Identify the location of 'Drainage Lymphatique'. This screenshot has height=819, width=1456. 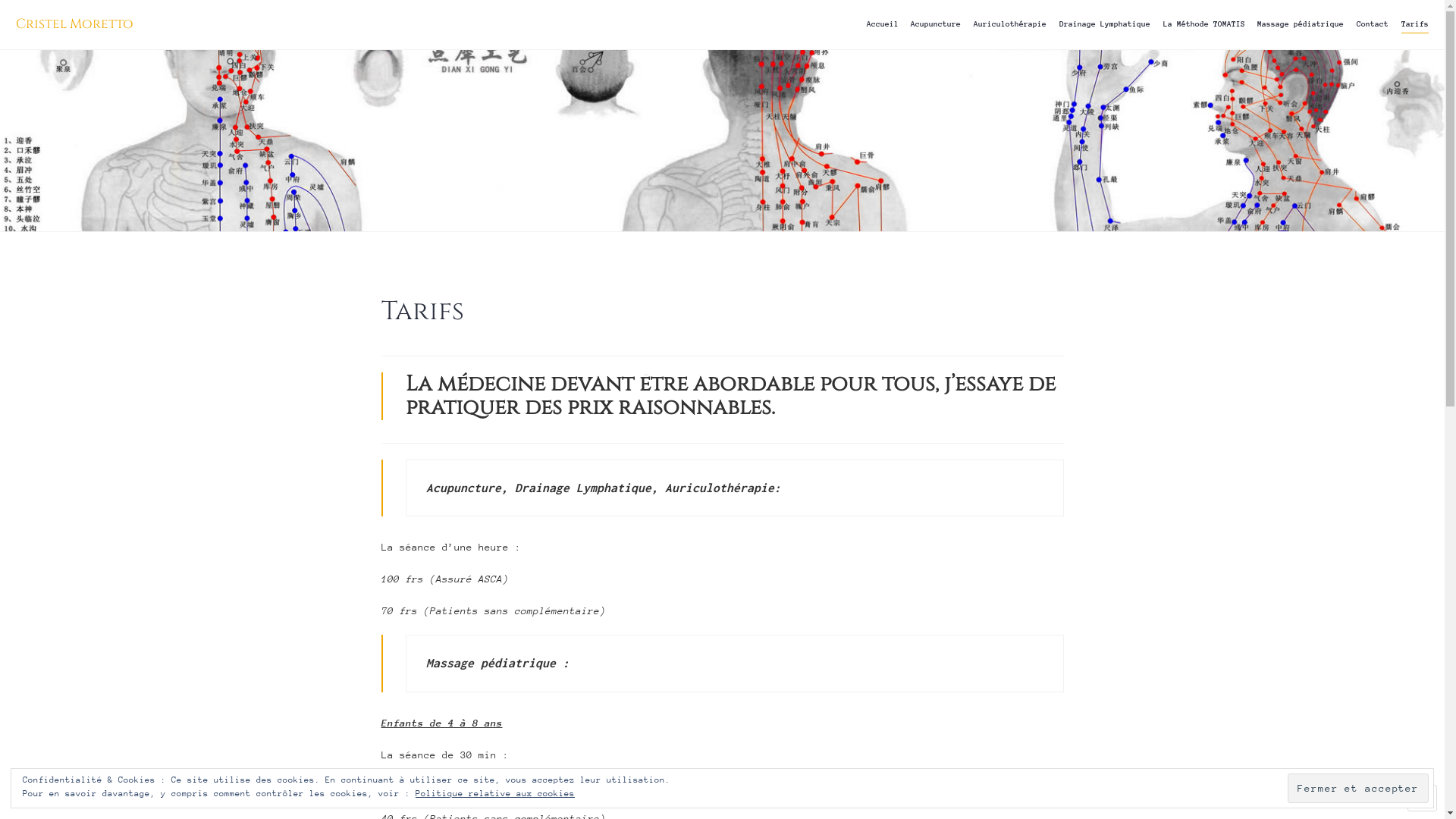
(1105, 24).